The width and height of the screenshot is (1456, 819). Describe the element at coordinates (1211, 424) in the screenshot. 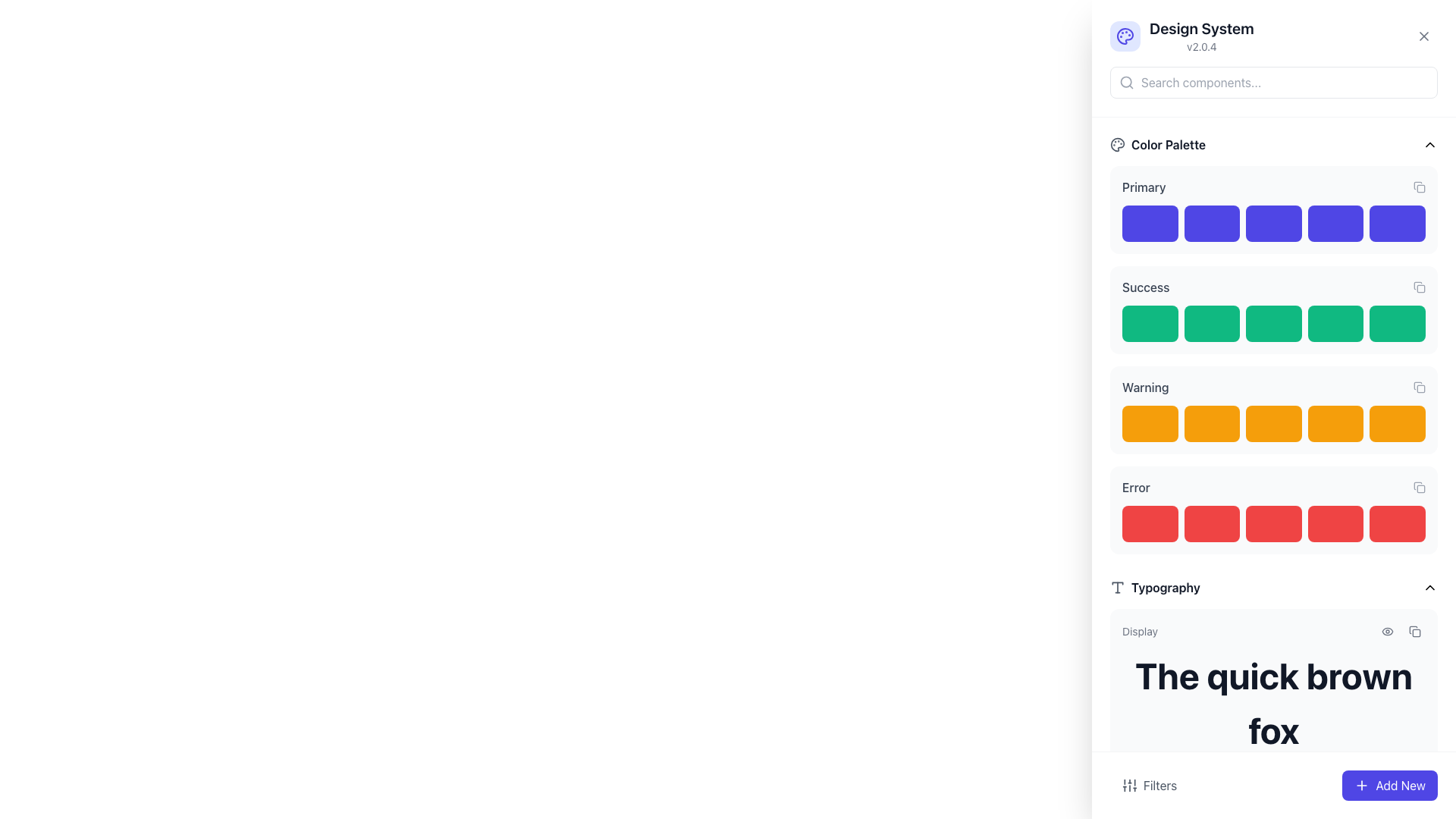

I see `the second rectangular button-like Color palette option with an orange background in the 'Warning' section of the 'Color Palette'` at that location.